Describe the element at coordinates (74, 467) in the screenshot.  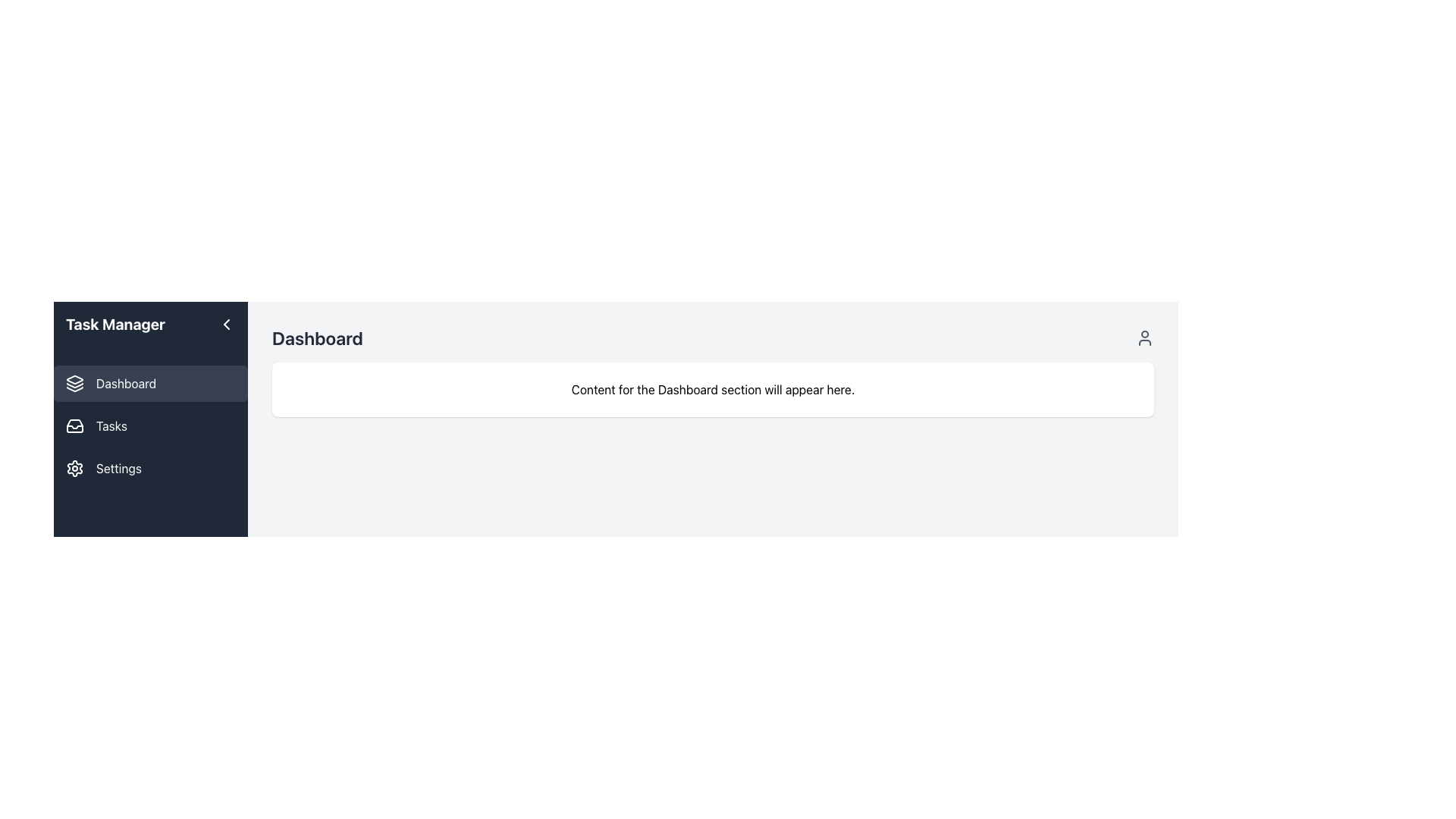
I see `the gear icon representing settings` at that location.